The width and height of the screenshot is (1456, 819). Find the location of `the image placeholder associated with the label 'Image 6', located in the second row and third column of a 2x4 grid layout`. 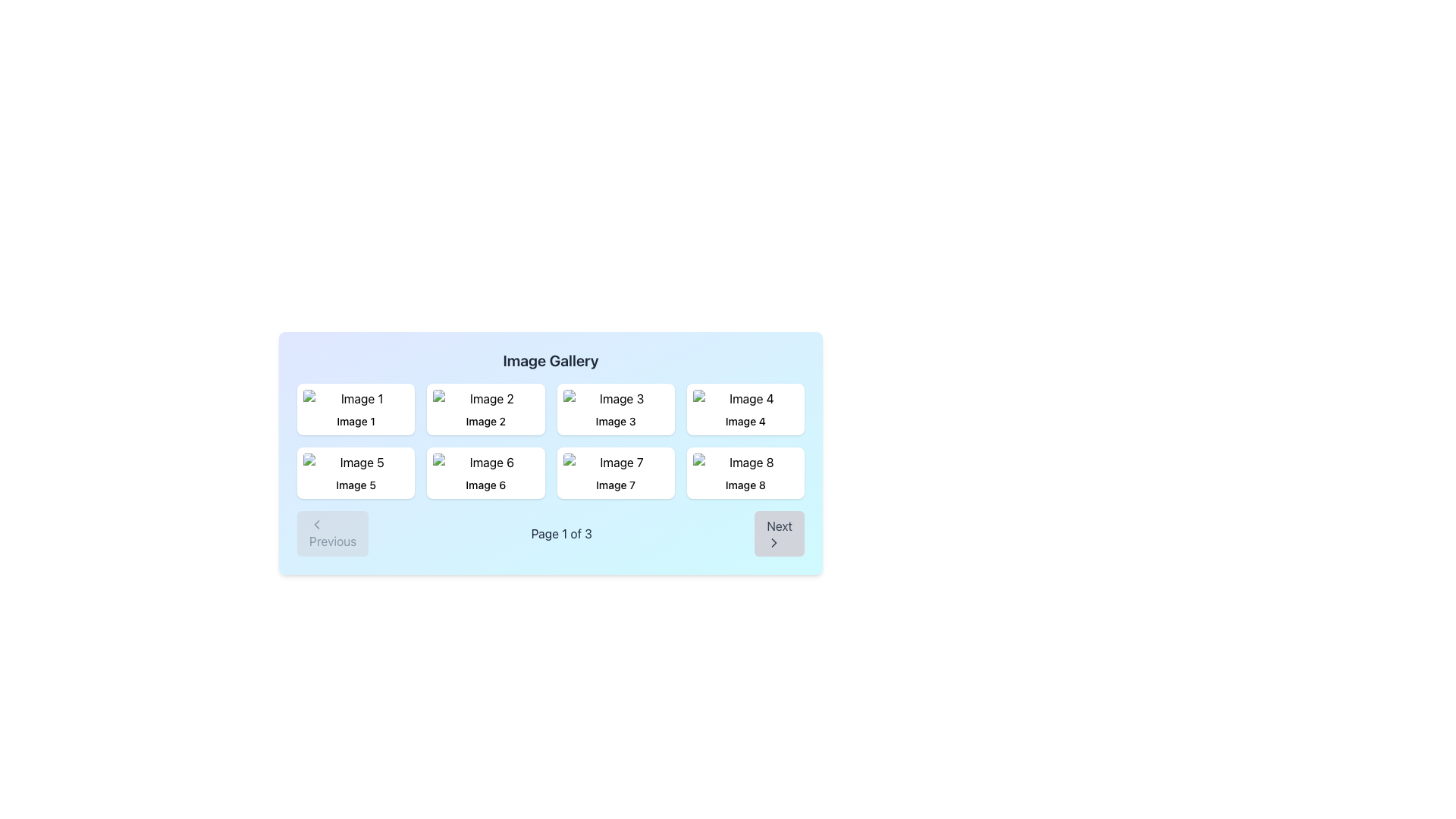

the image placeholder associated with the label 'Image 6', located in the second row and third column of a 2x4 grid layout is located at coordinates (485, 461).